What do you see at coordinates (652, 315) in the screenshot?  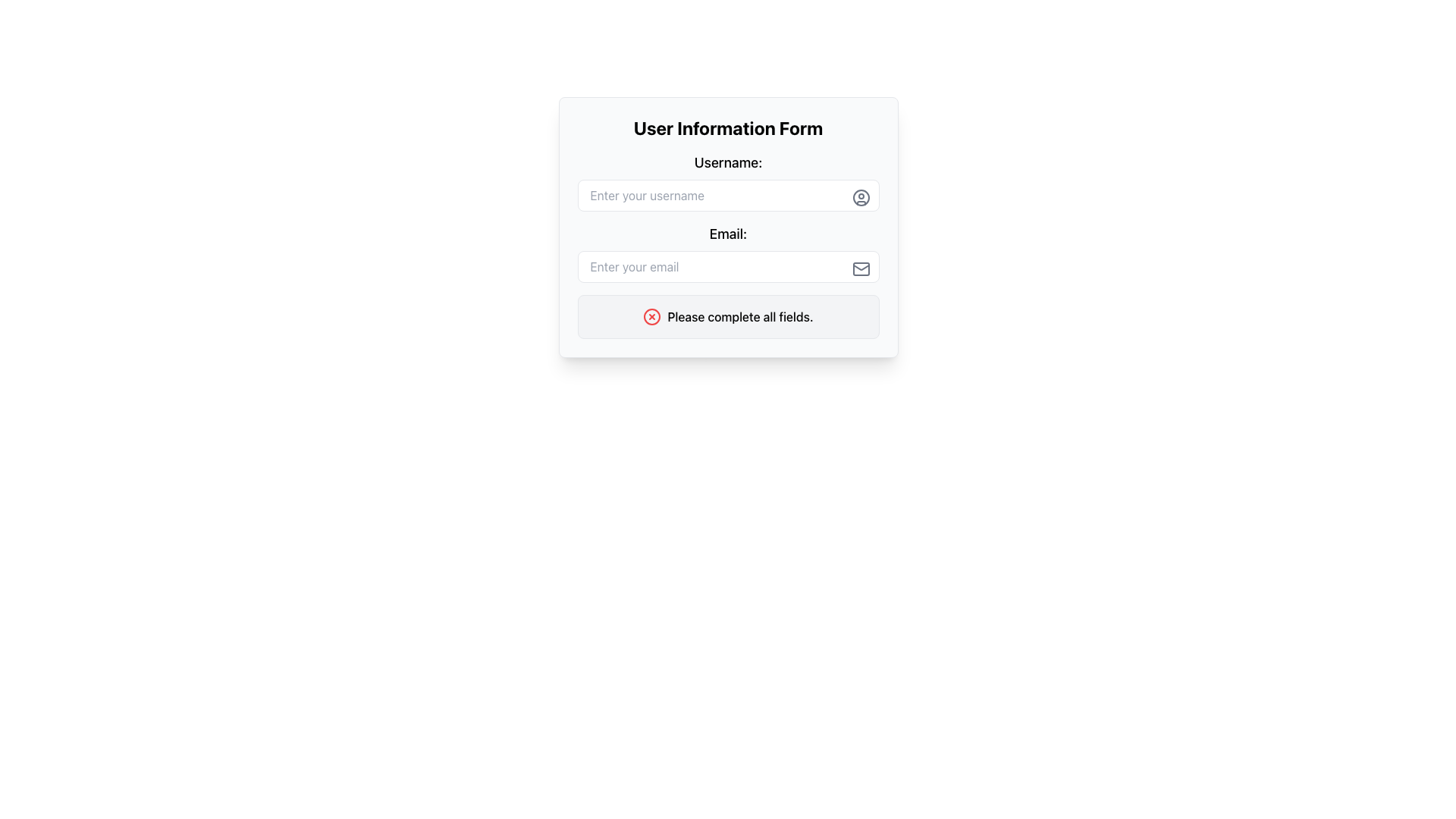 I see `the error icon located to the left of the text 'Please complete all fields.' in the lower section of the form beneath the 'Email:' field` at bounding box center [652, 315].